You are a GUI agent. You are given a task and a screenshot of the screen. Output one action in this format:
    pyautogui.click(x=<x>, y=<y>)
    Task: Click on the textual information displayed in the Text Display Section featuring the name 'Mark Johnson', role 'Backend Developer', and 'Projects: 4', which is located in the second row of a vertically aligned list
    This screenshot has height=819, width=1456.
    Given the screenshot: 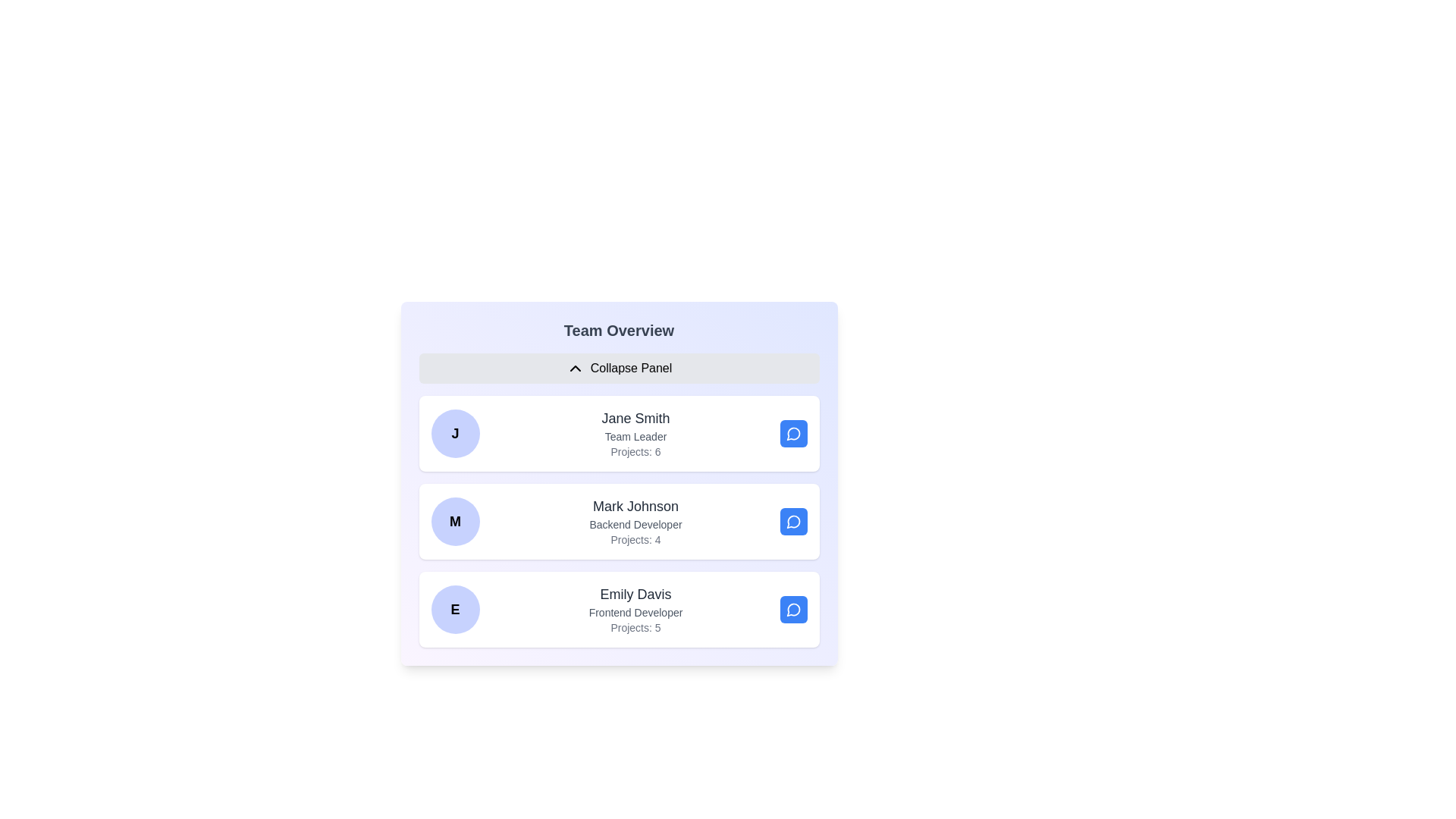 What is the action you would take?
    pyautogui.click(x=635, y=520)
    